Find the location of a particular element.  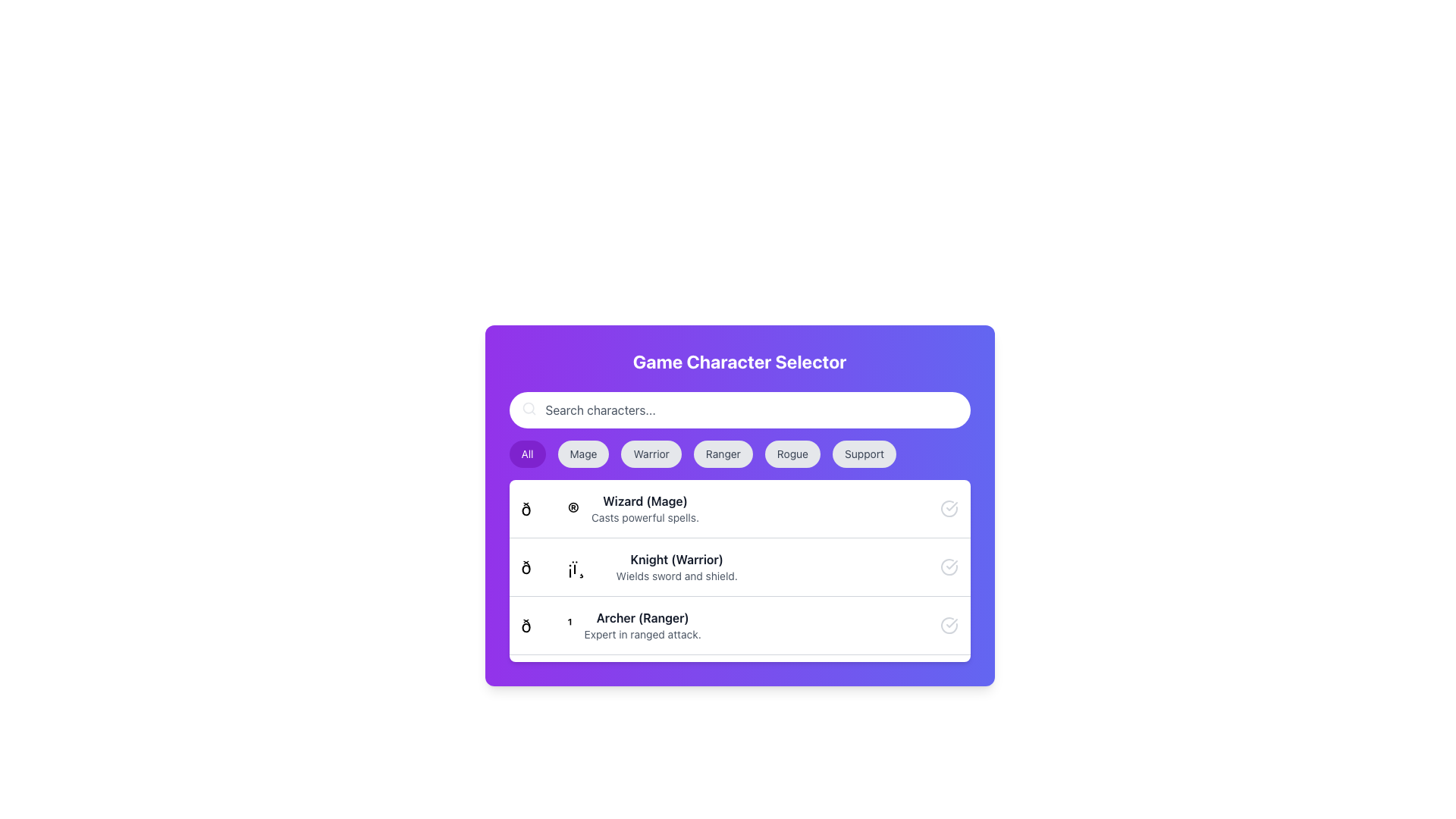

the first list item in the character selector list that describes the 'Wizard (Mage)' character type is located at coordinates (739, 506).